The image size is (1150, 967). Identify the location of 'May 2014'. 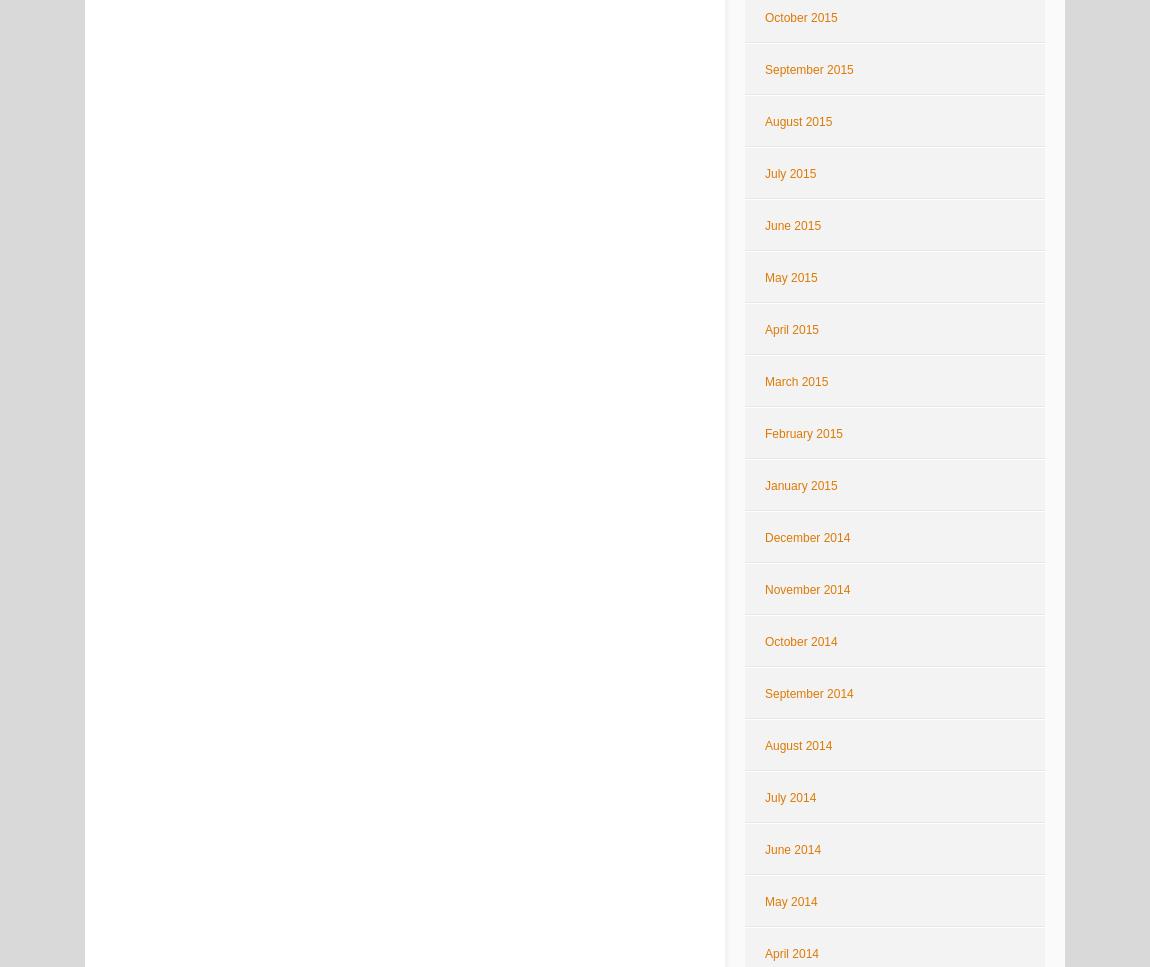
(789, 902).